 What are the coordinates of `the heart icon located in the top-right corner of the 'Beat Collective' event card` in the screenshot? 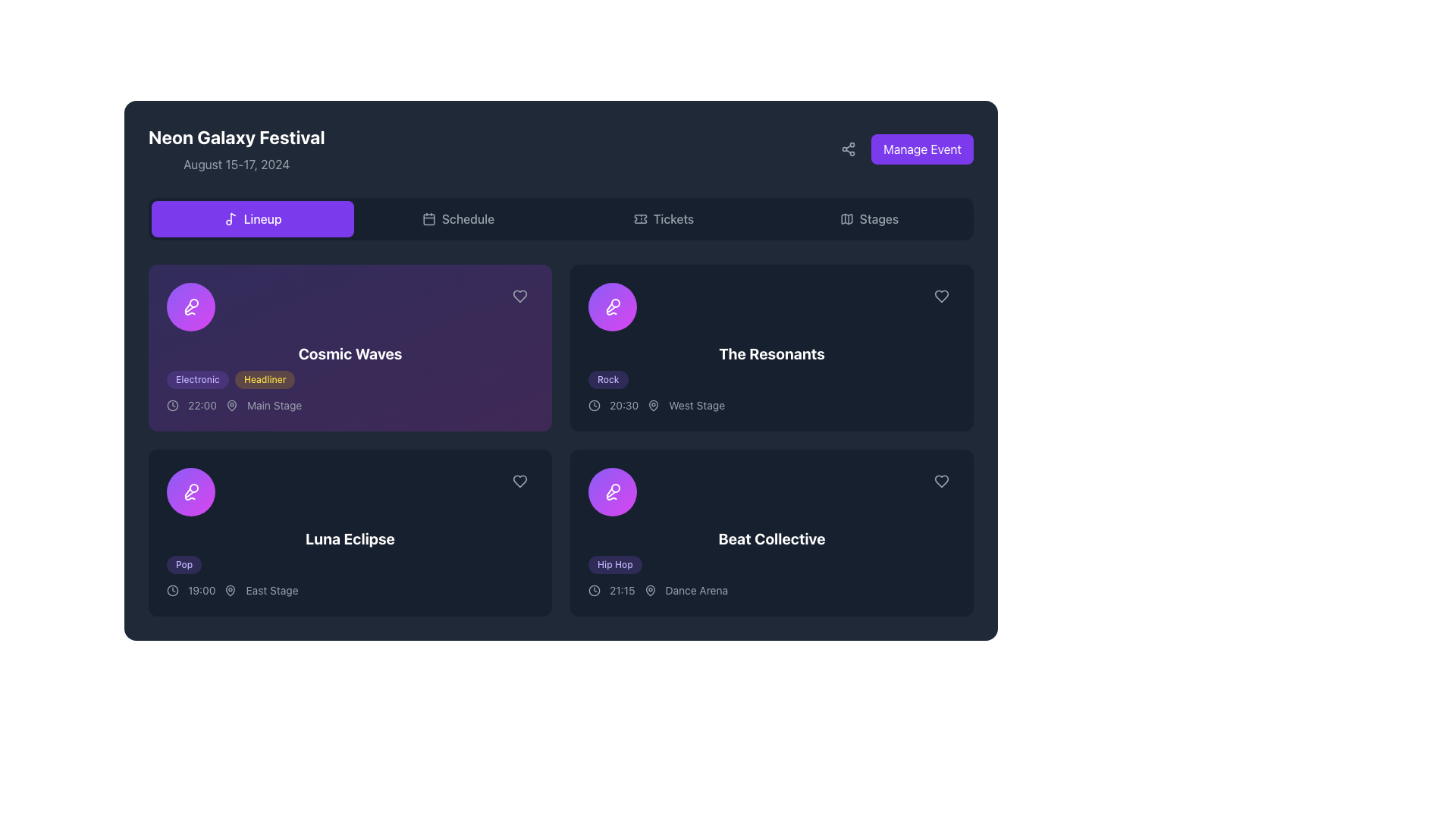 It's located at (941, 482).